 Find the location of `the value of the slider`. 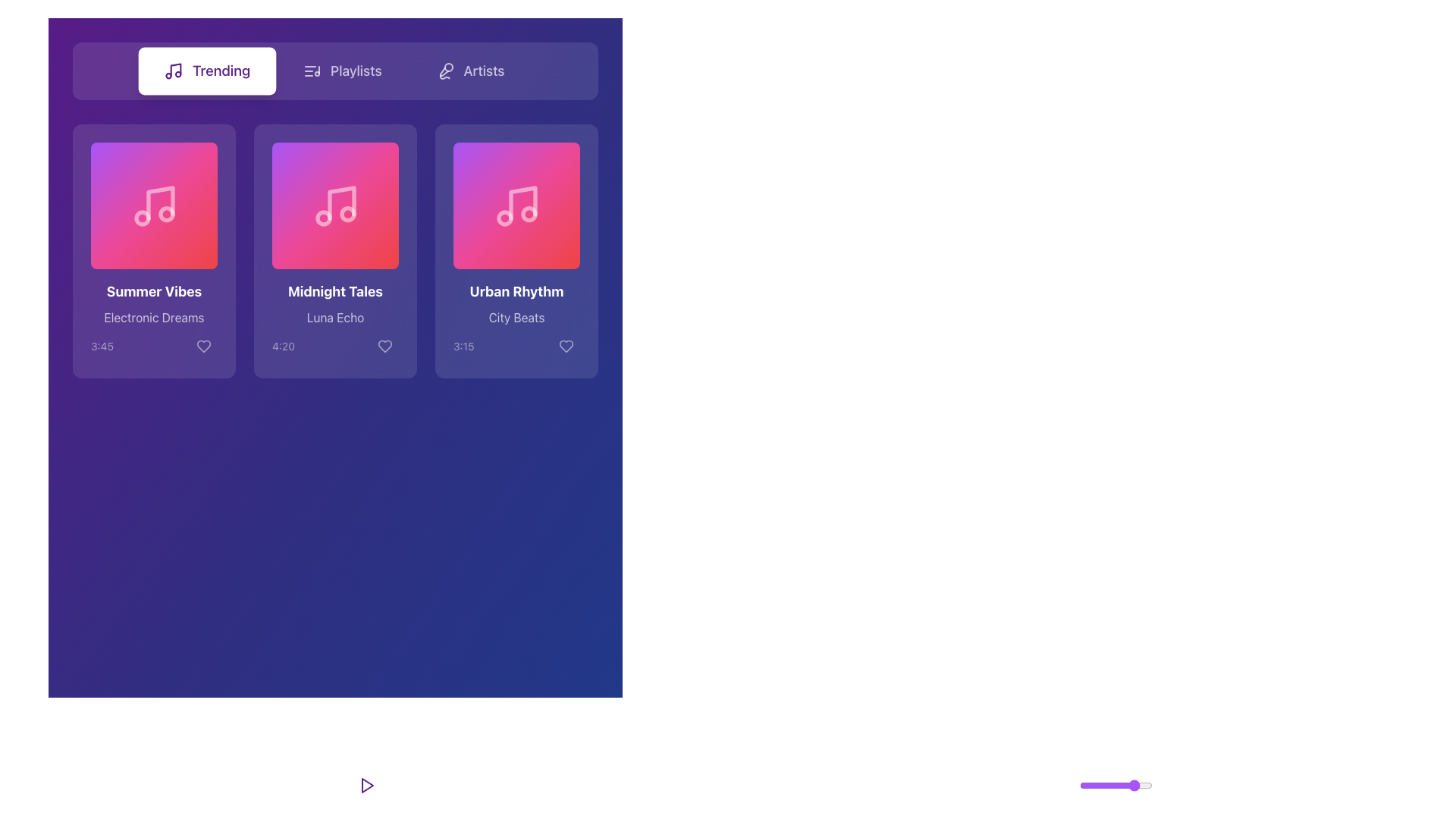

the value of the slider is located at coordinates (1113, 785).